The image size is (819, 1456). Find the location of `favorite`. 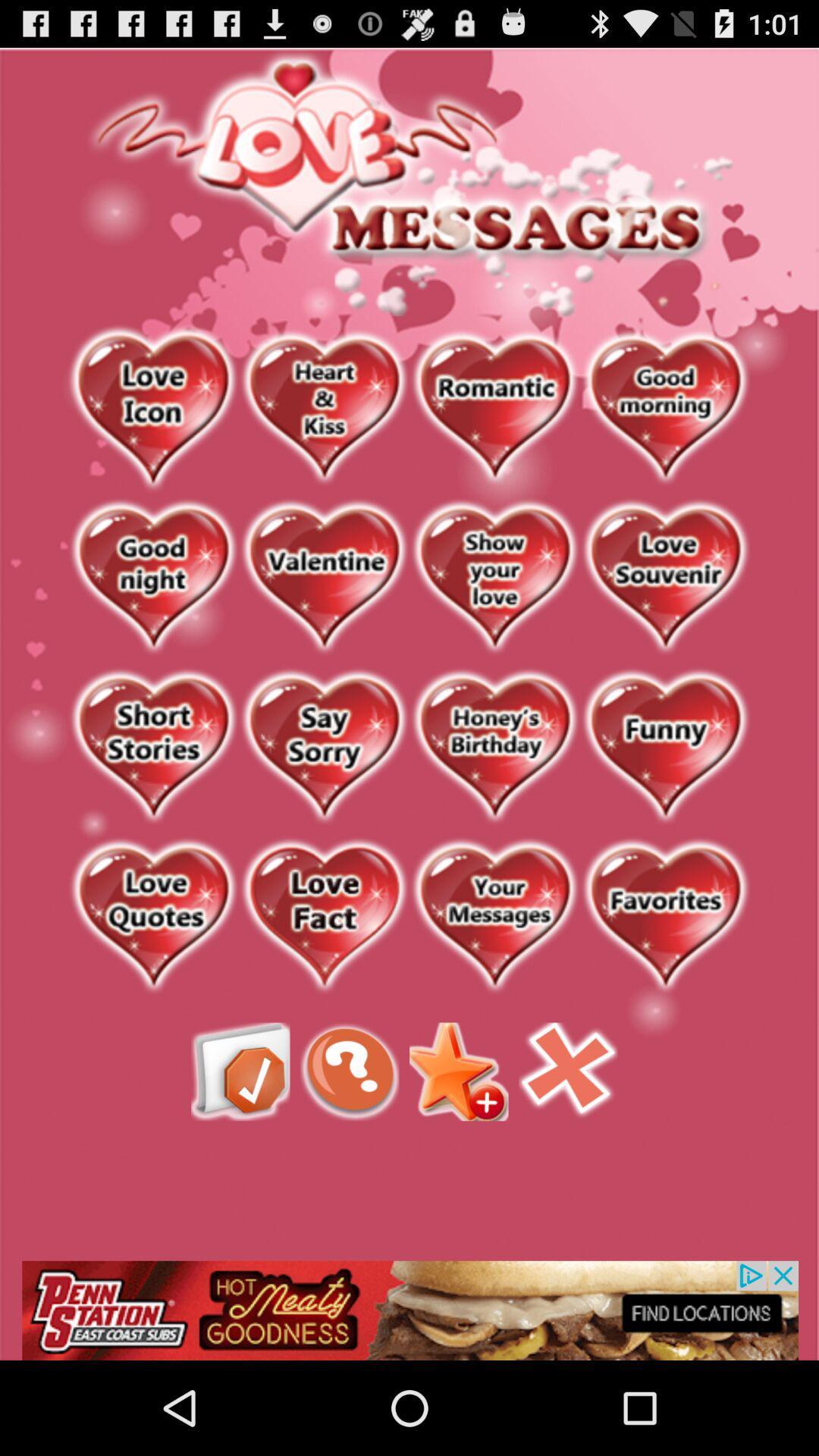

favorite is located at coordinates (323, 916).